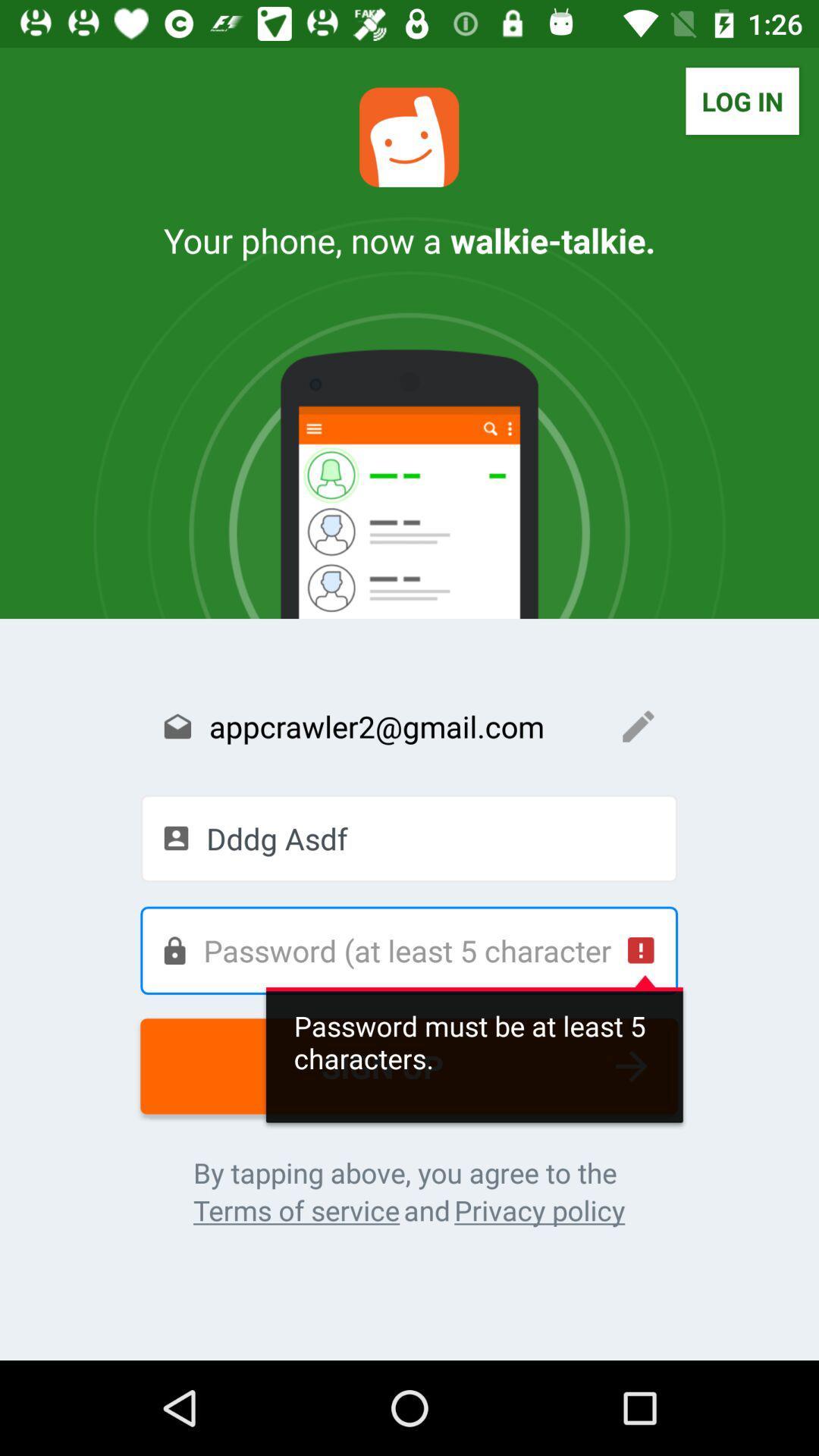 The height and width of the screenshot is (1456, 819). Describe the element at coordinates (742, 100) in the screenshot. I see `log in` at that location.